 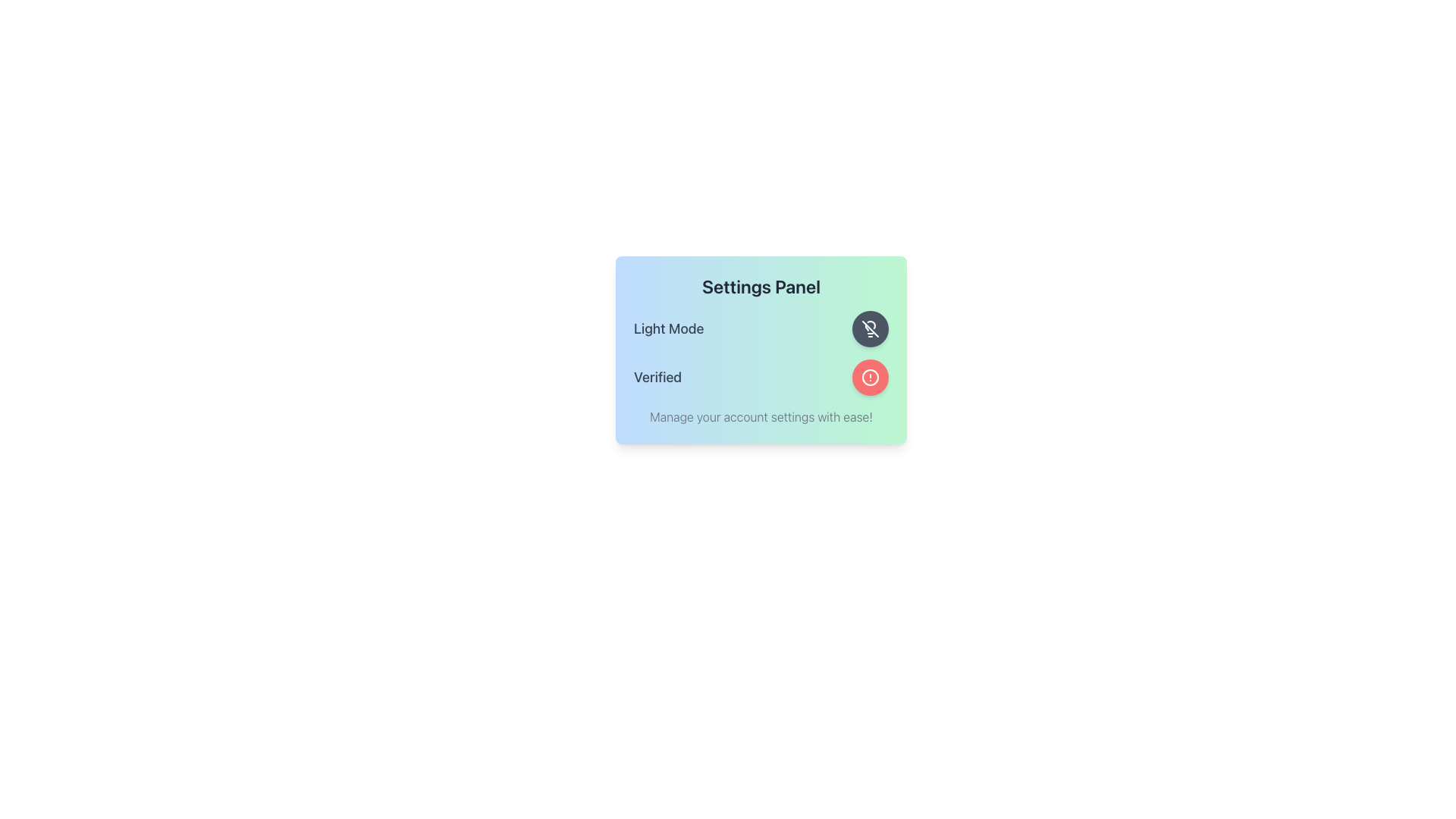 What do you see at coordinates (870, 376) in the screenshot?
I see `the alert icon located in the bottom-right corner of the panel, which signifies a warning related to the 'Verified' status` at bounding box center [870, 376].